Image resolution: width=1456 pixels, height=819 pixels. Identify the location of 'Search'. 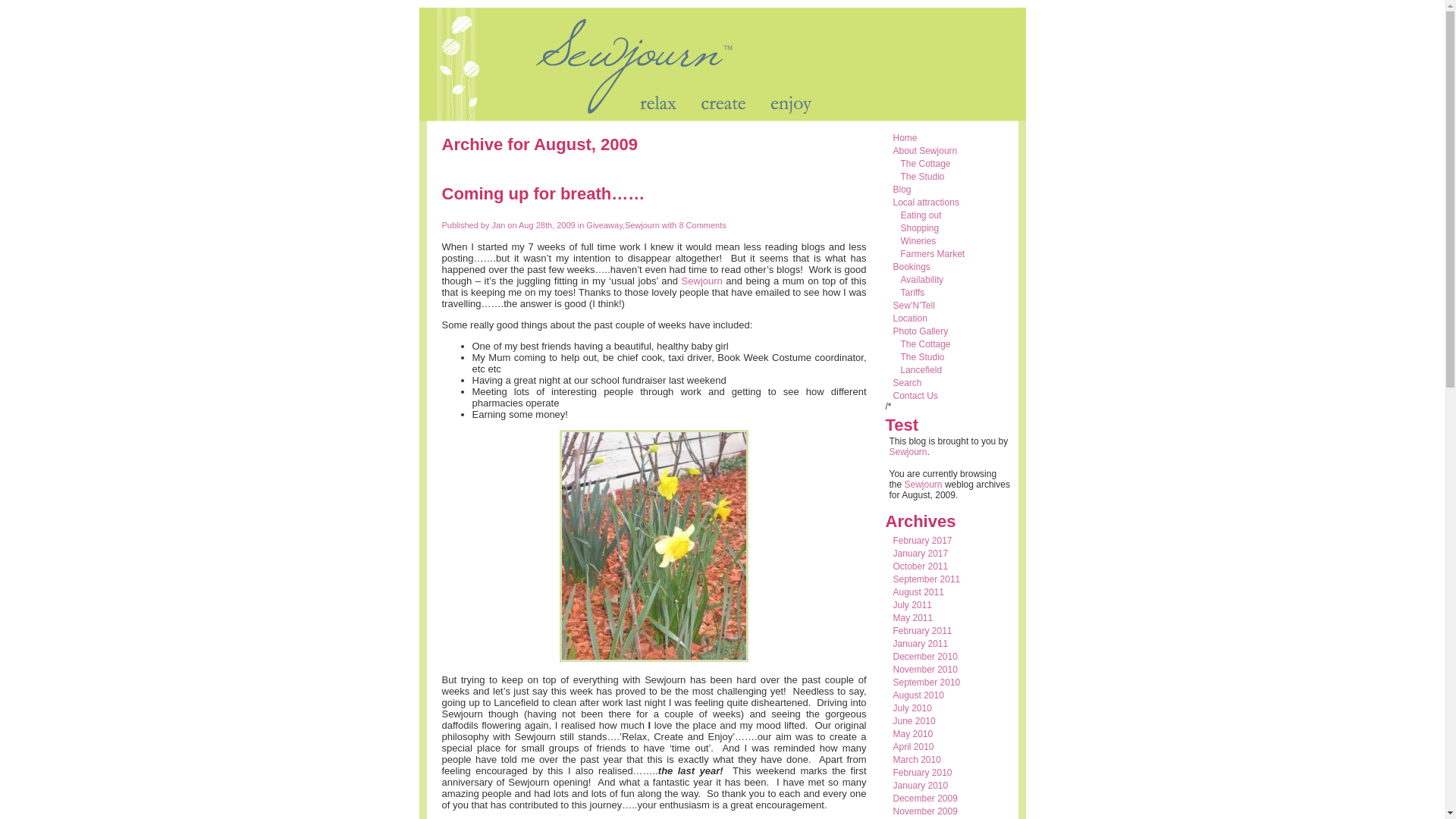
(907, 382).